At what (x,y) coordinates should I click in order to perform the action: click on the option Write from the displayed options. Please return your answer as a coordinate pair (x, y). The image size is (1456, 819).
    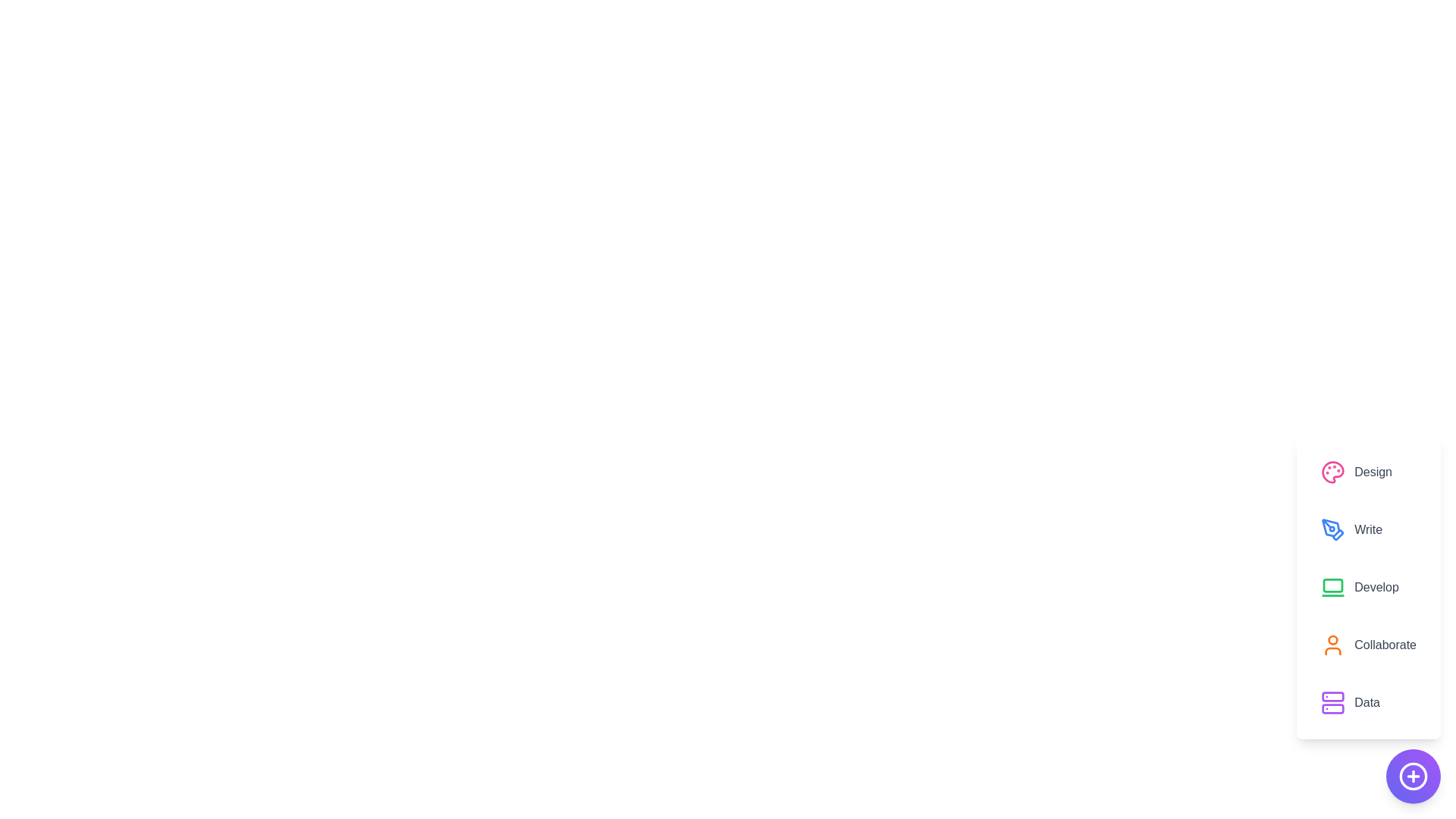
    Looking at the image, I should click on (1368, 529).